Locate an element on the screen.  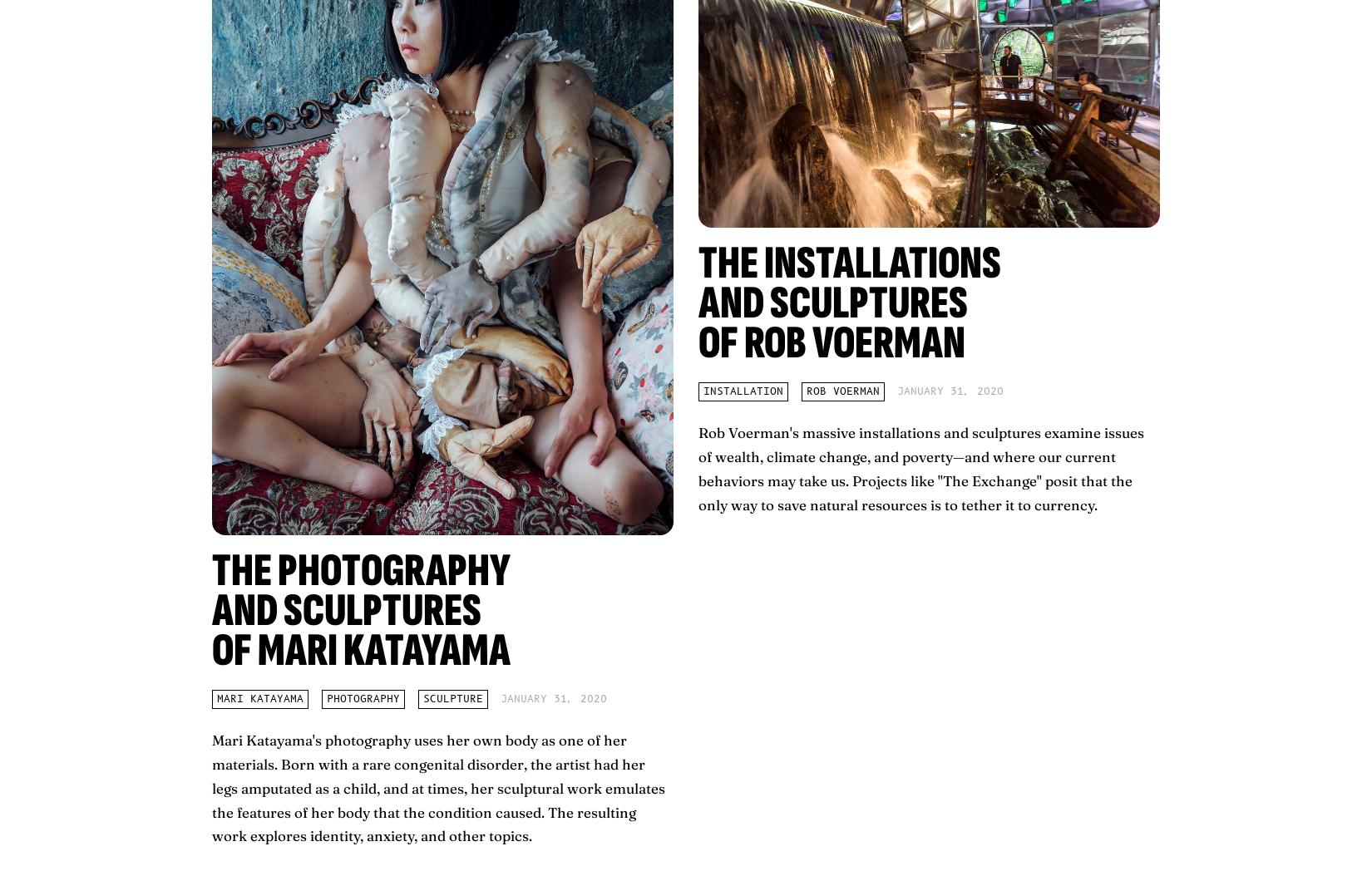
'Rob Voerman' is located at coordinates (807, 391).